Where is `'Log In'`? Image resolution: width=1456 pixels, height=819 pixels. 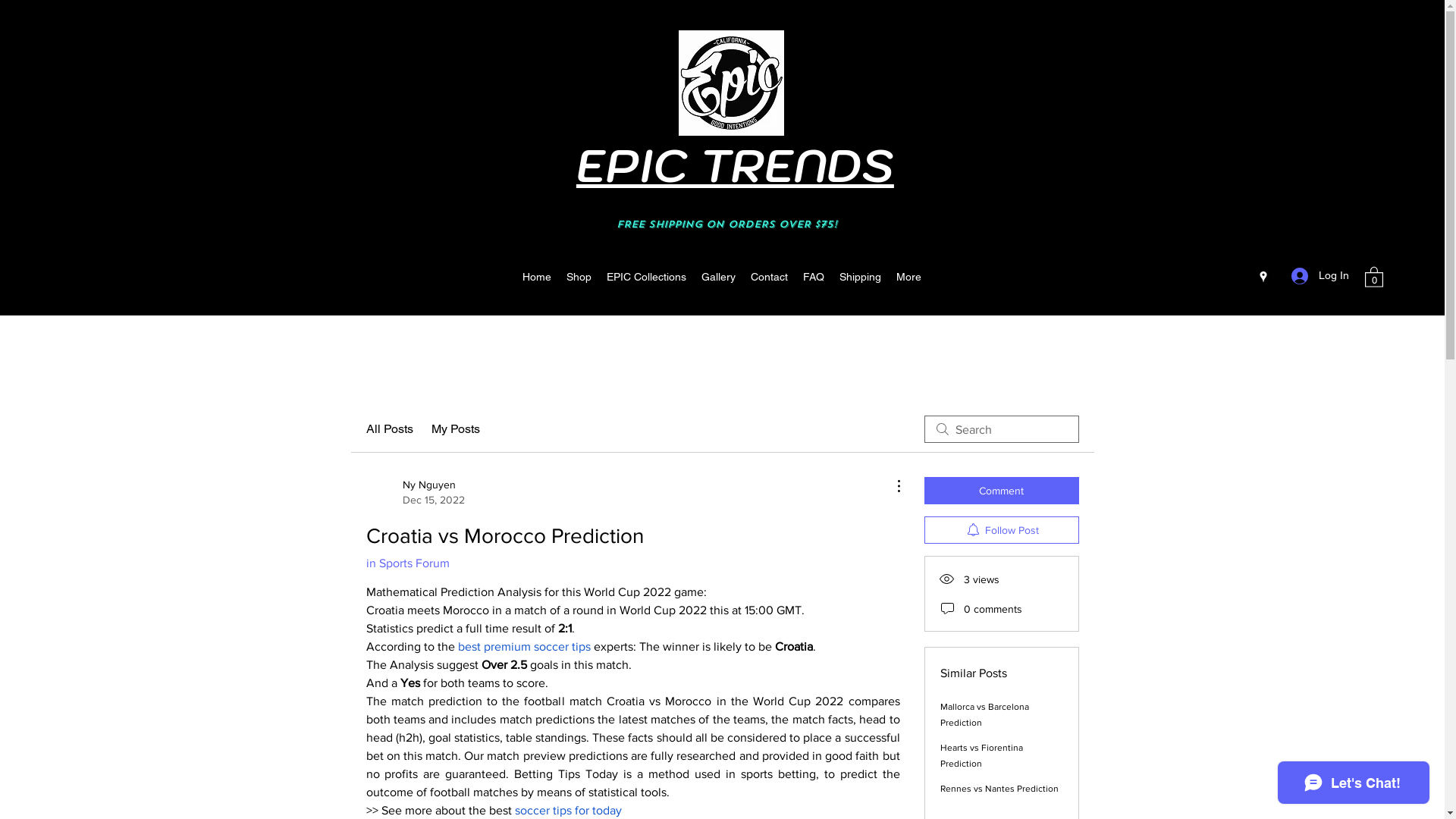 'Log In' is located at coordinates (1280, 275).